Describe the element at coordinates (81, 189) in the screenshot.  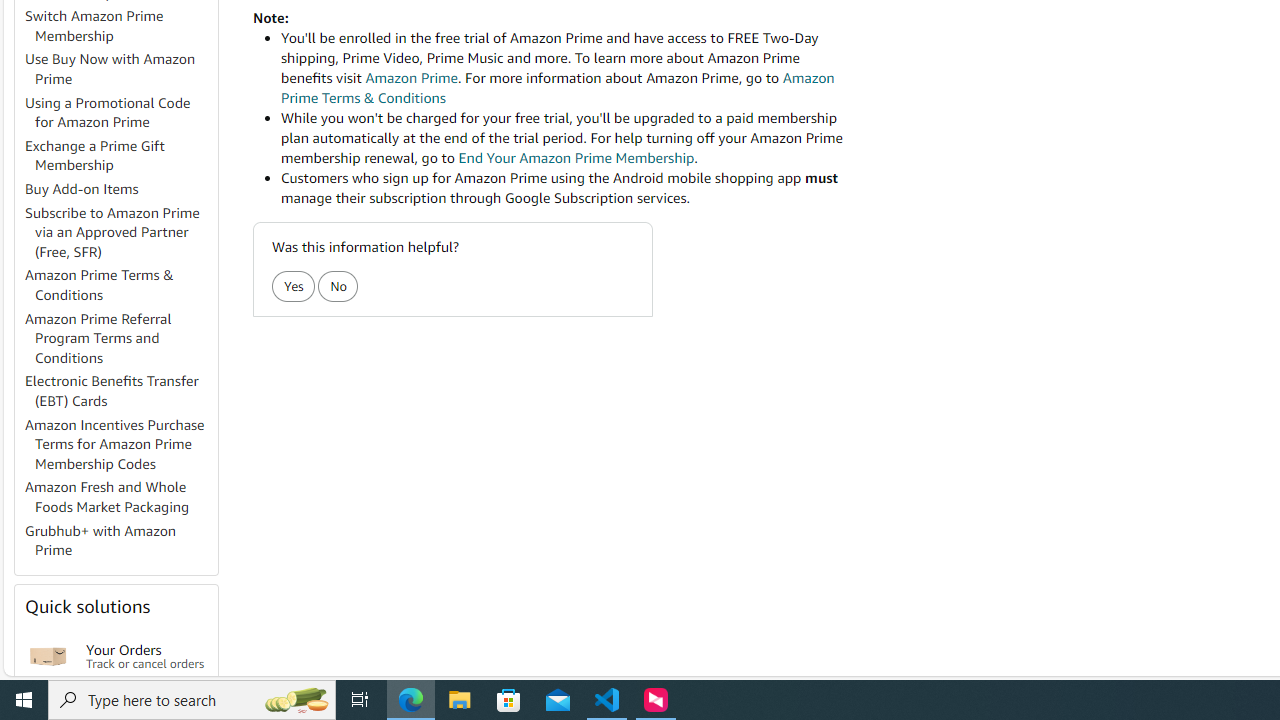
I see `'Buy Add-on Items'` at that location.